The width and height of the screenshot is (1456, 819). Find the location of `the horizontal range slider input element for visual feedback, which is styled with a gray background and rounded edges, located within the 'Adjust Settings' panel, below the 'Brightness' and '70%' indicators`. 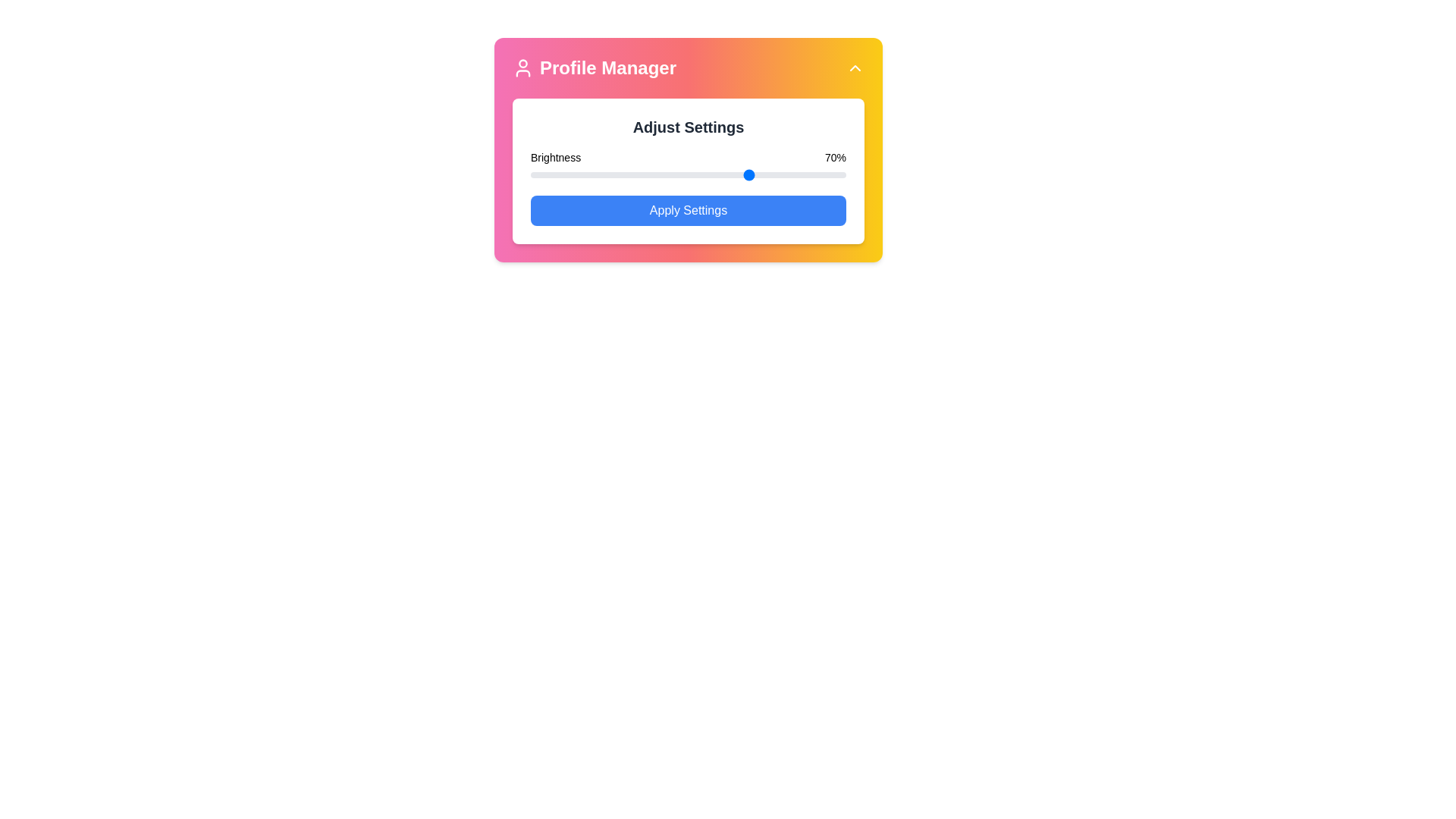

the horizontal range slider input element for visual feedback, which is styled with a gray background and rounded edges, located within the 'Adjust Settings' panel, below the 'Brightness' and '70%' indicators is located at coordinates (687, 174).